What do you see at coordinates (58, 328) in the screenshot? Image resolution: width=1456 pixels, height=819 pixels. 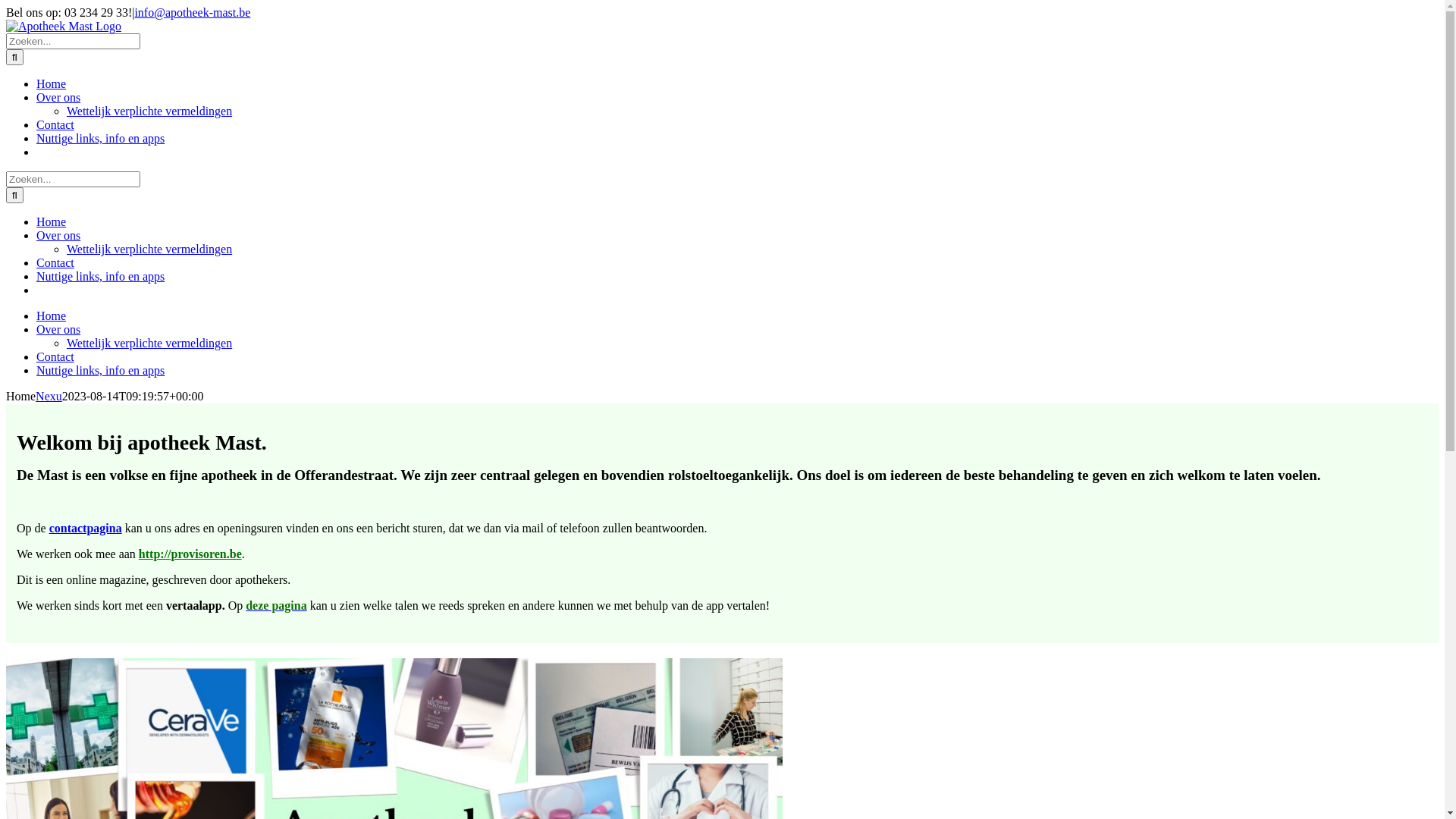 I see `'Over ons'` at bounding box center [58, 328].